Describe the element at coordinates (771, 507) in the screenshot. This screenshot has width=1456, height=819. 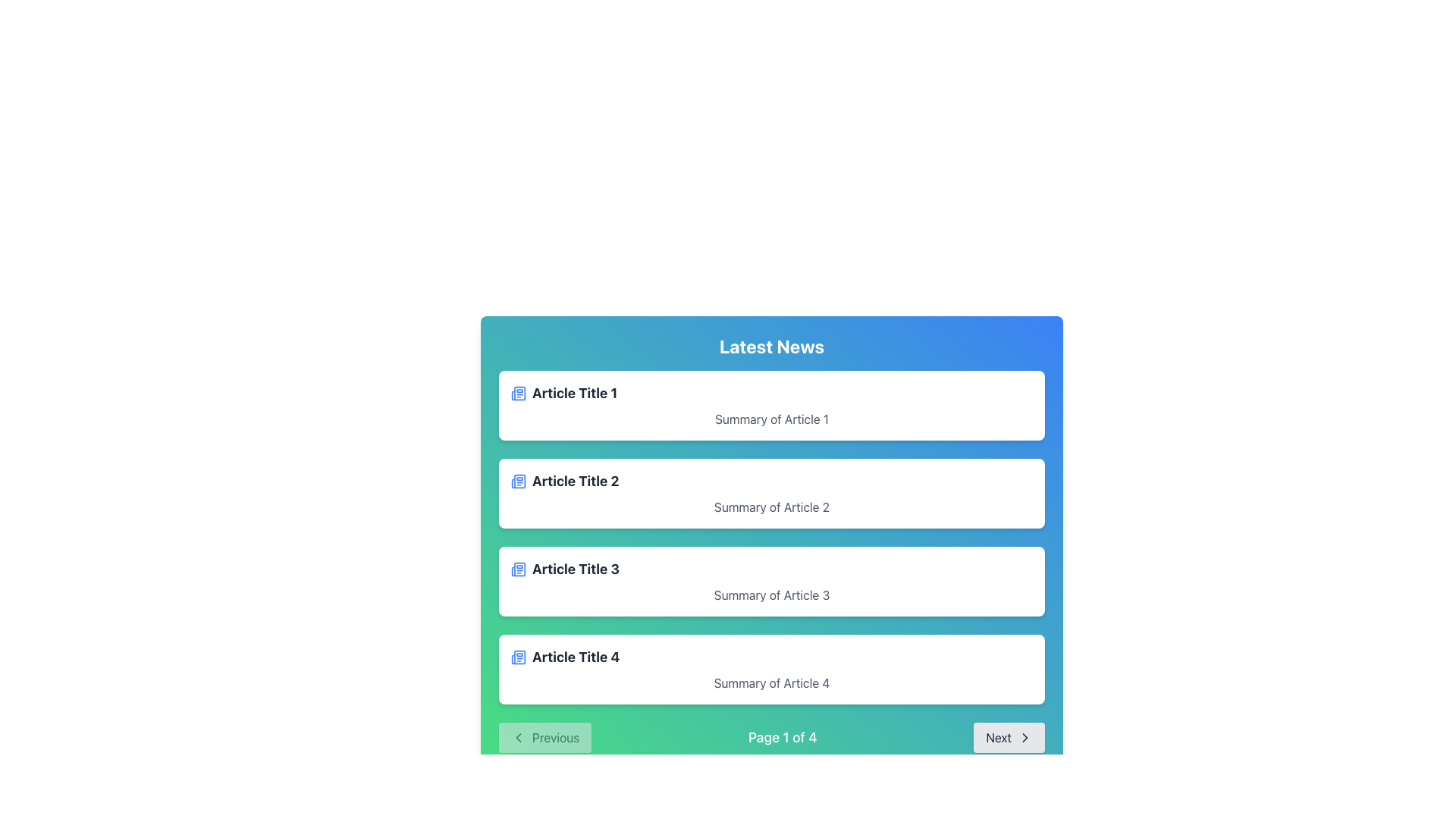
I see `text information from the 'Summary of Article 2' text label, which is styled in gray and located below the 'Article Title 2' within the second card of article summaries` at that location.